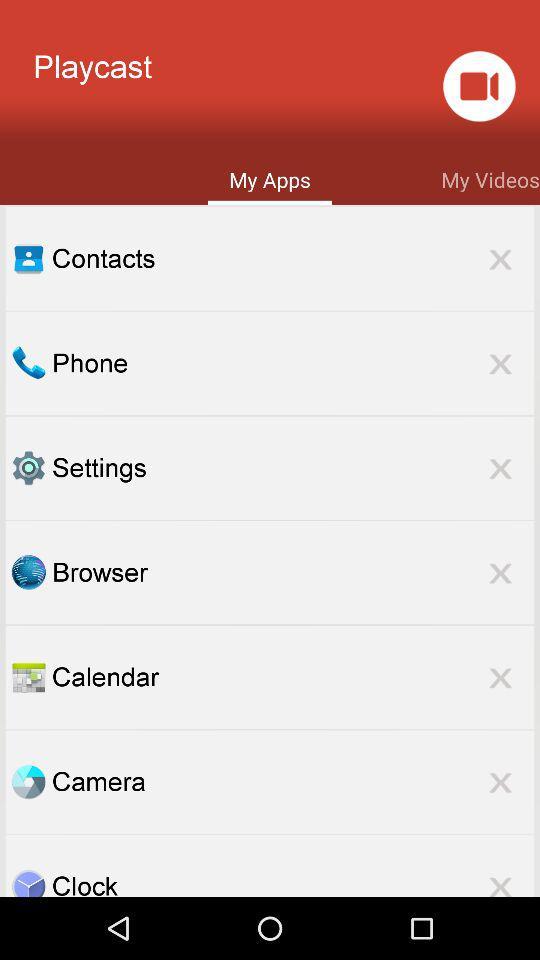  I want to click on calendar icon, so click(292, 677).